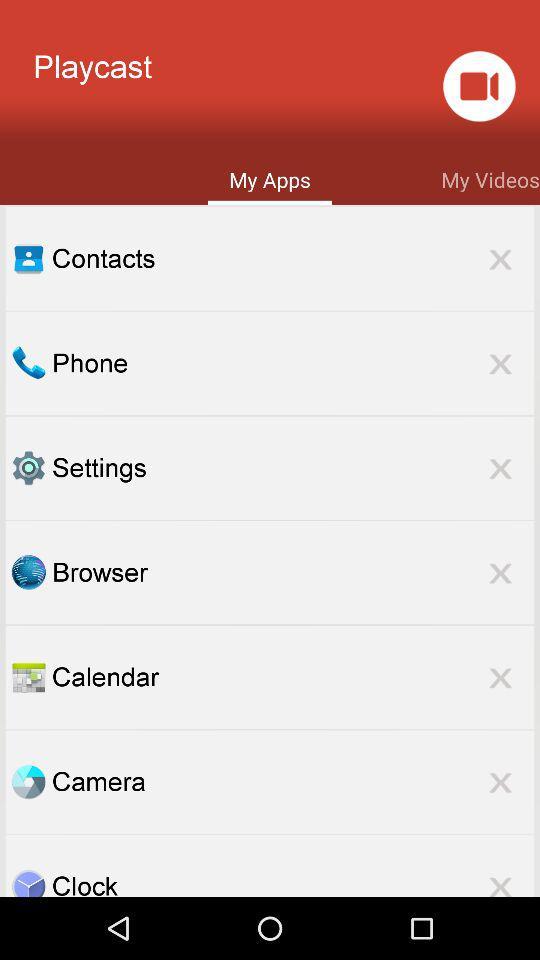  I want to click on calendar icon, so click(292, 677).